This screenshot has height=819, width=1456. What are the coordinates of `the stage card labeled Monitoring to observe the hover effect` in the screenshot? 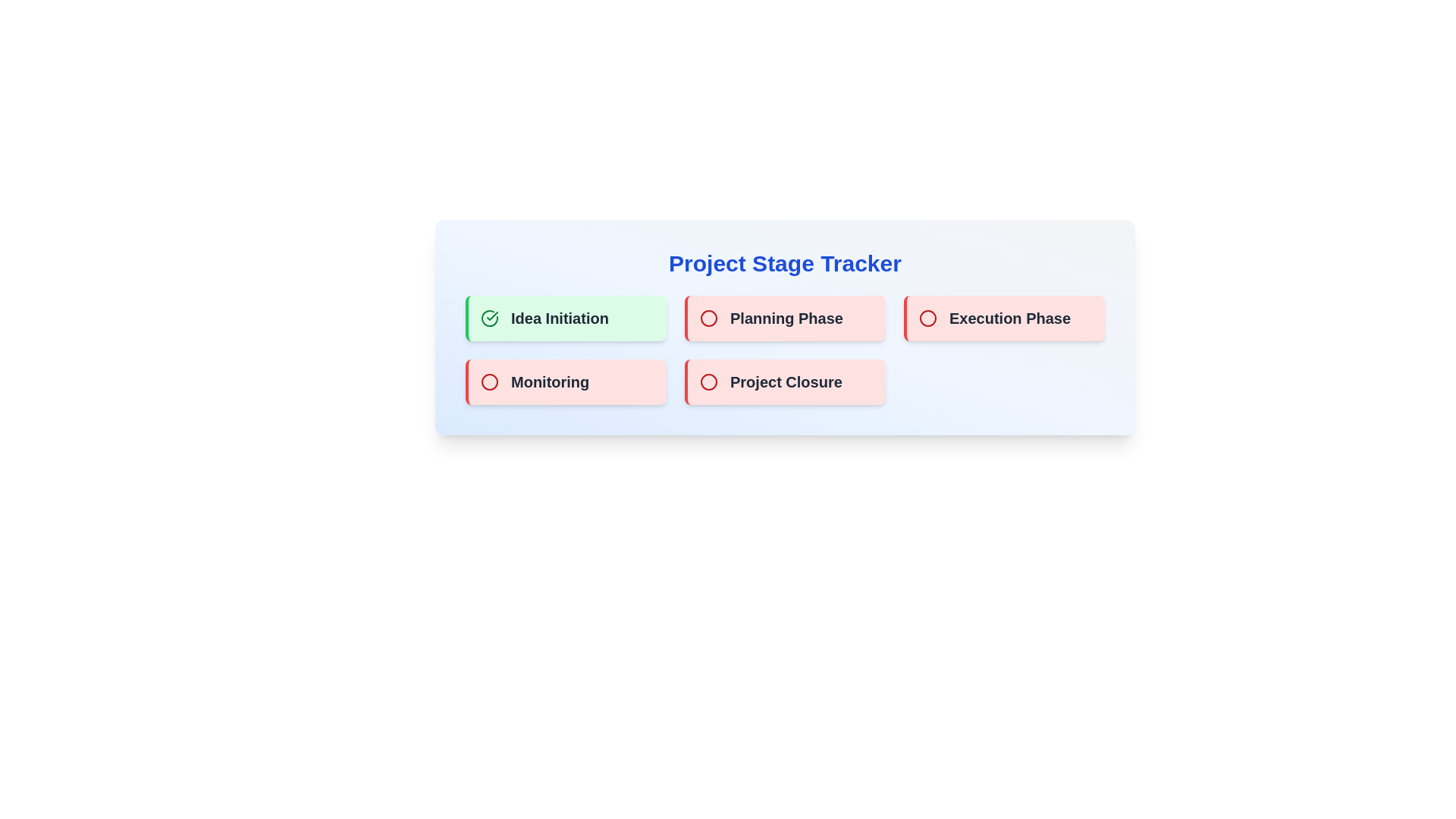 It's located at (565, 381).